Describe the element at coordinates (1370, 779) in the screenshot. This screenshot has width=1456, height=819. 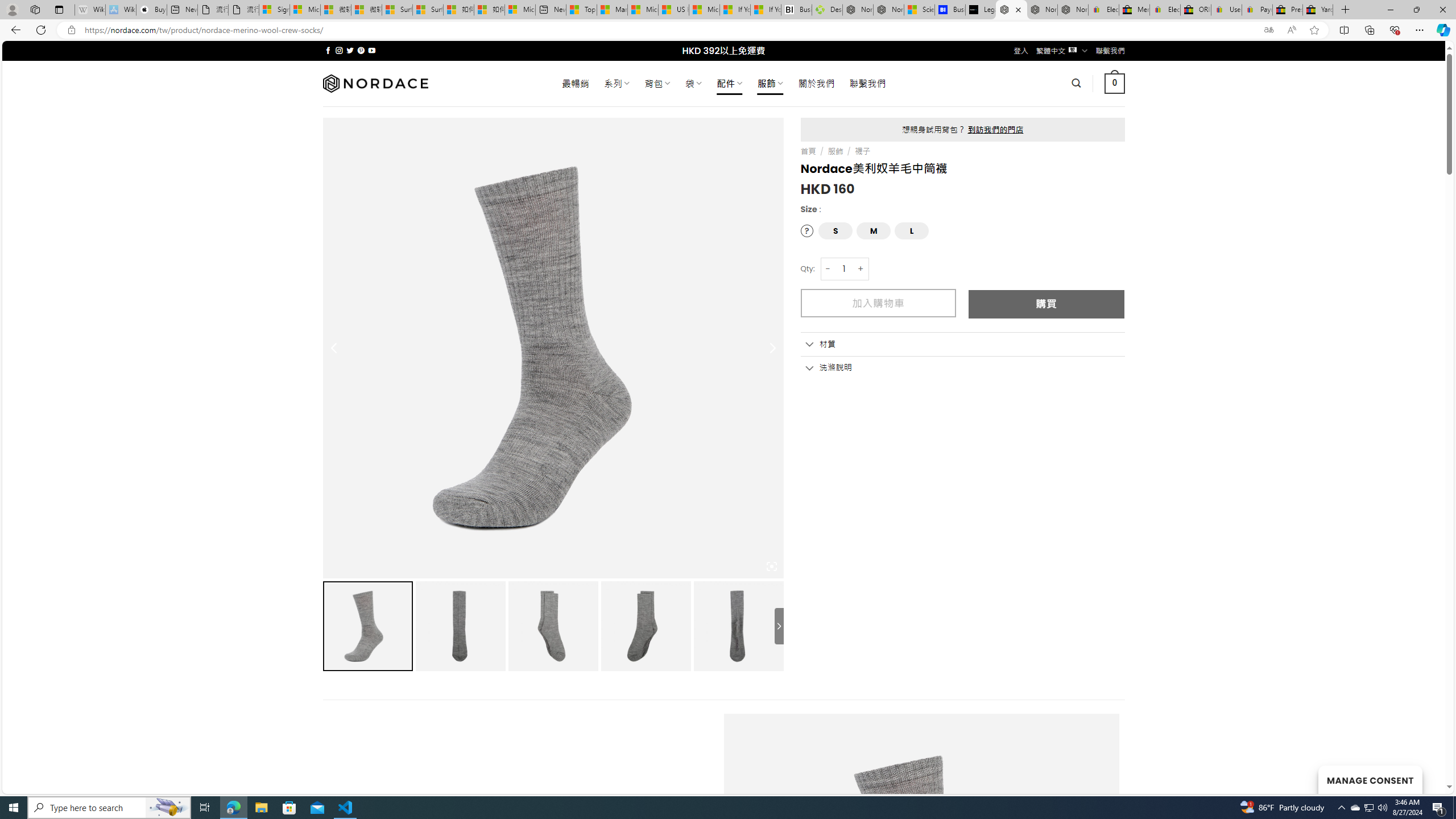
I see `'MANAGE CONSENT'` at that location.